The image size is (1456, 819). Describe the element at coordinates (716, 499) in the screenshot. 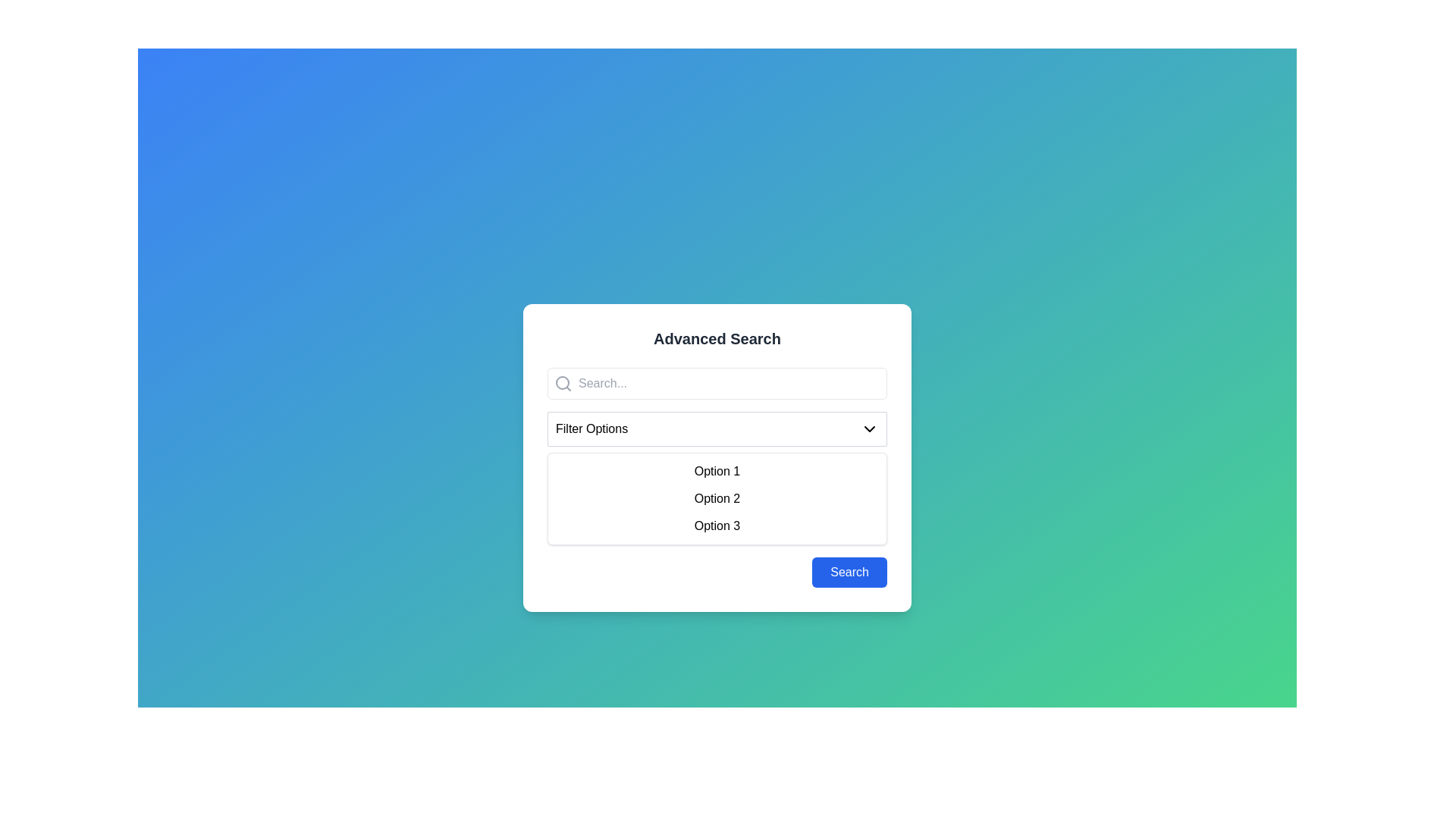

I see `to select the second option in the dropdown list labeled 'Filter Options', which is located in the middle of the vertically stacked list of options` at that location.